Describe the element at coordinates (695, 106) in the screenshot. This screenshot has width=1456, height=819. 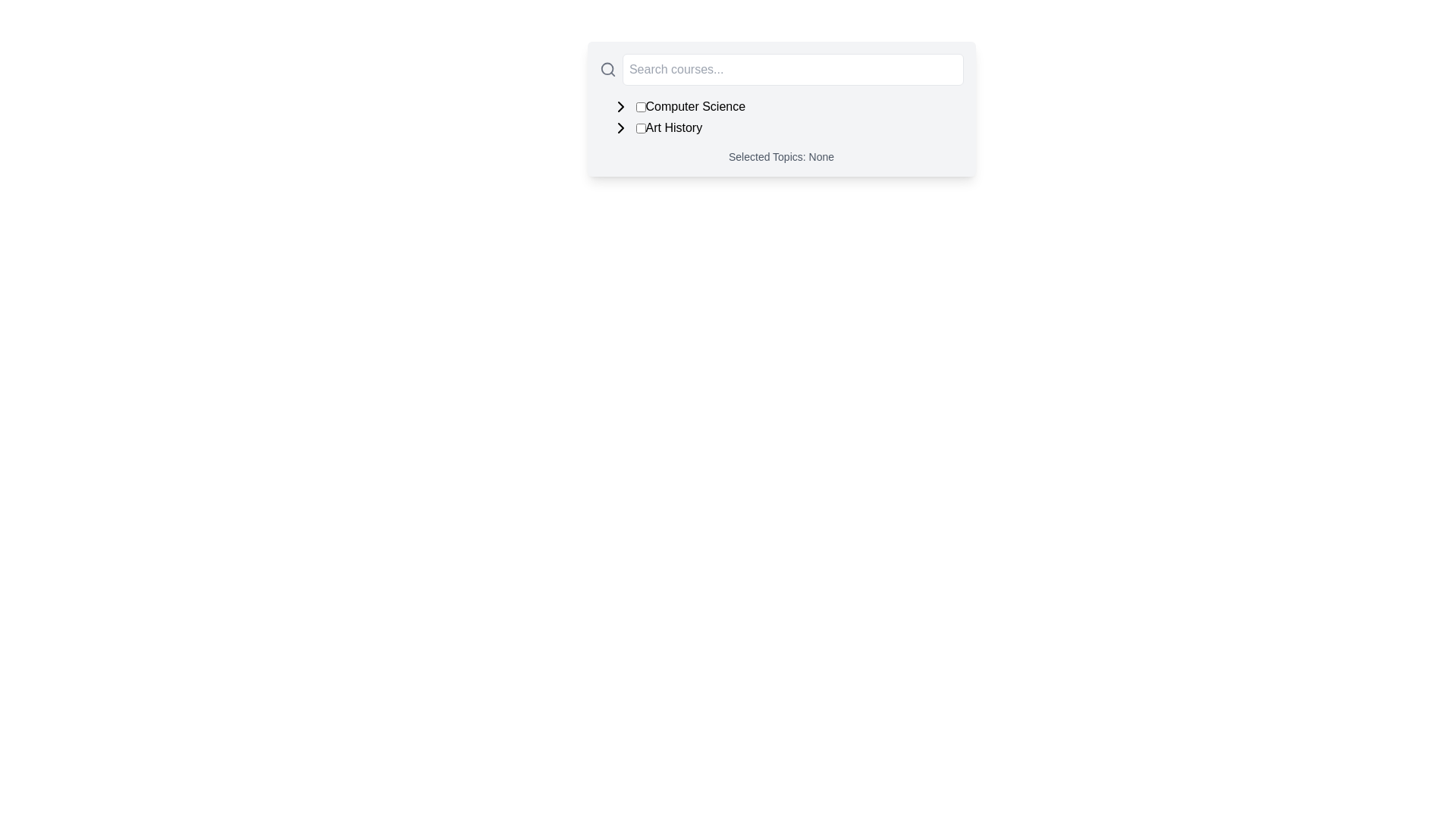
I see `text label identifying the 'Computer Science' option, which is the first in a vertical list below the search bar` at that location.